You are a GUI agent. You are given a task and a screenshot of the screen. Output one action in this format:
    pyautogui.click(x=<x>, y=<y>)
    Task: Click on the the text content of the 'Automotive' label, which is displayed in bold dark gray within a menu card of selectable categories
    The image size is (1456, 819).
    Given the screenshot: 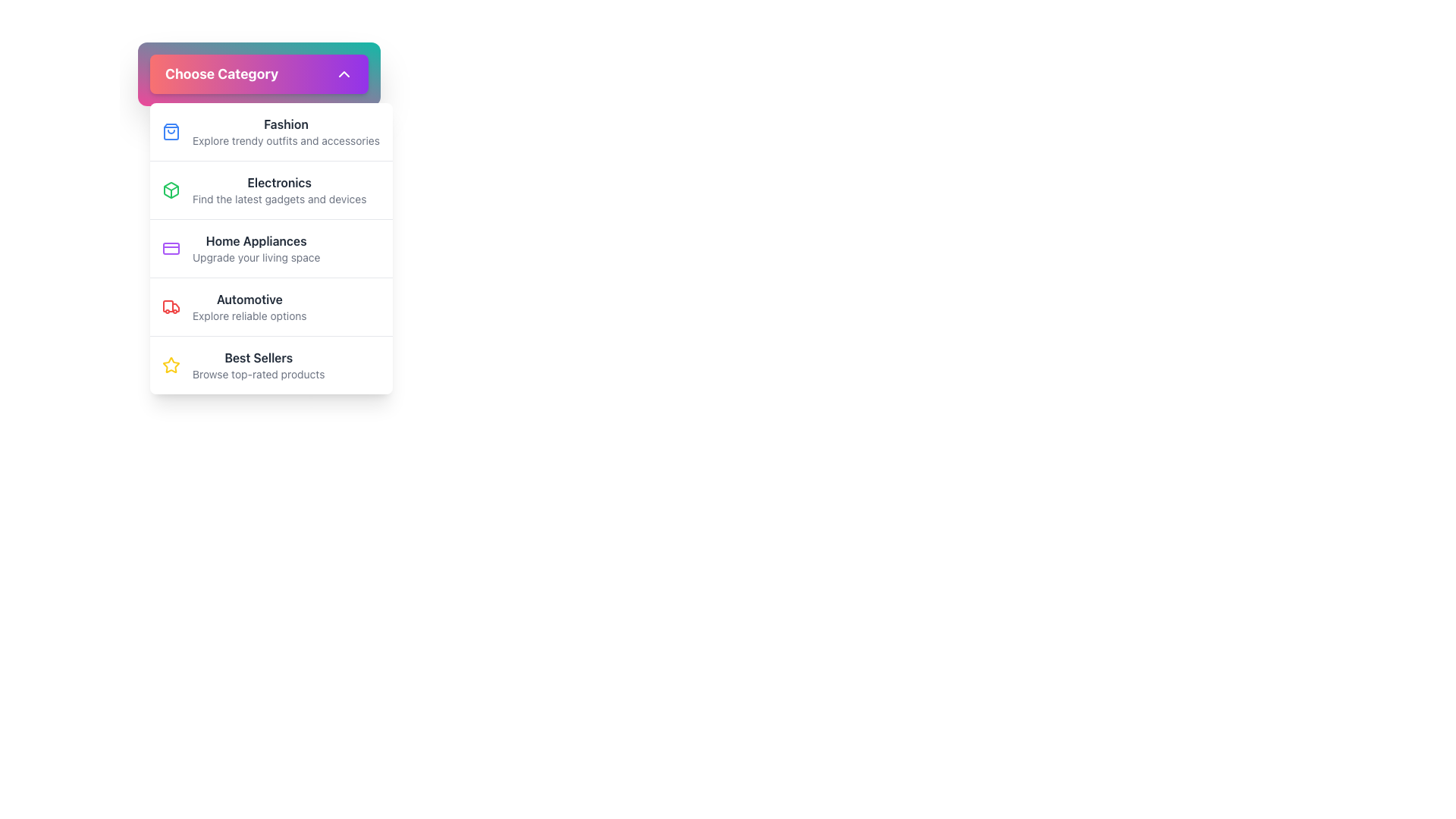 What is the action you would take?
    pyautogui.click(x=249, y=299)
    